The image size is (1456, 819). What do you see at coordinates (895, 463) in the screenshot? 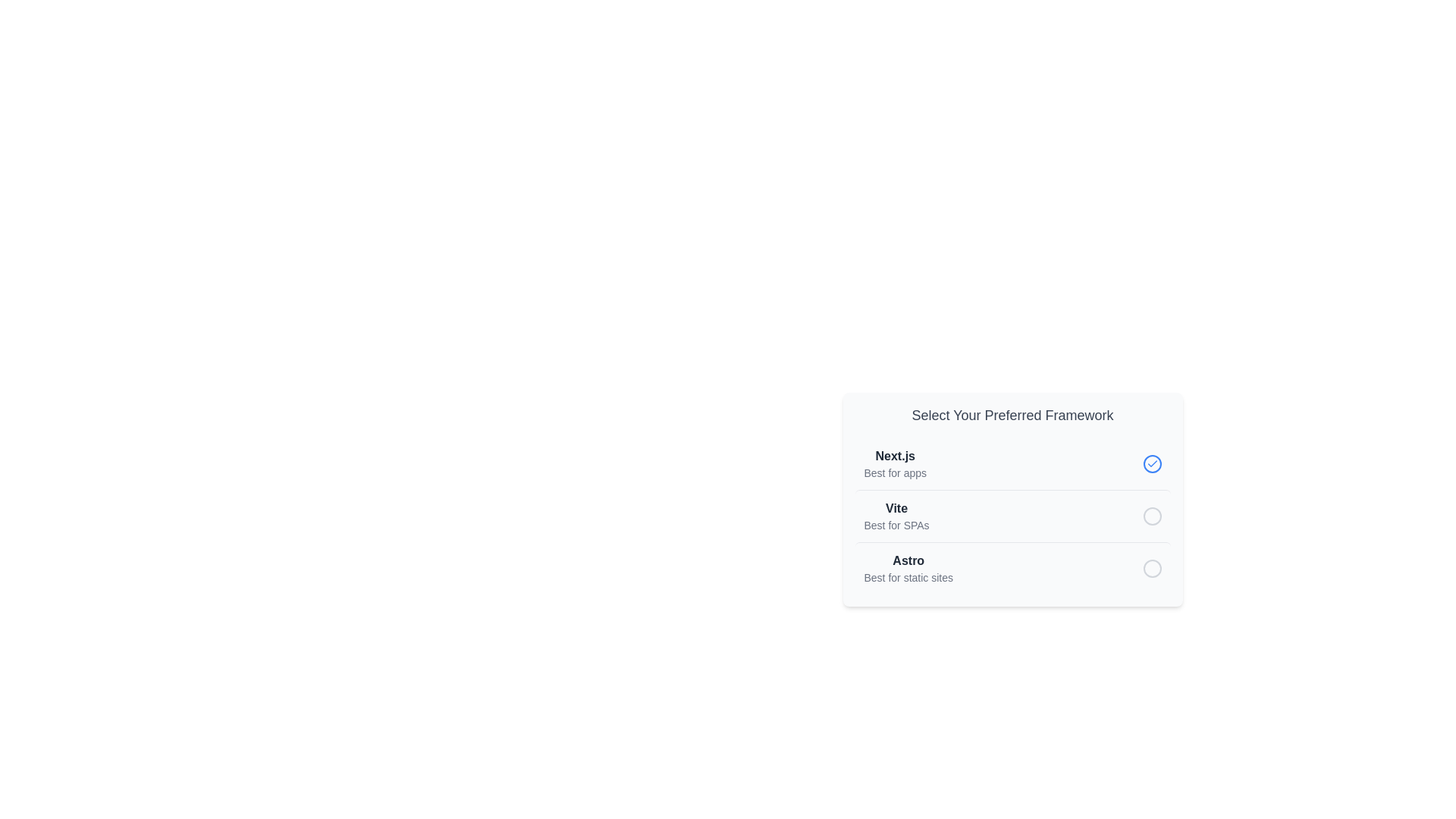
I see `the informative text block displaying the name and description of the 'Next.js' framework, which is located within the top option of the framework choices` at bounding box center [895, 463].